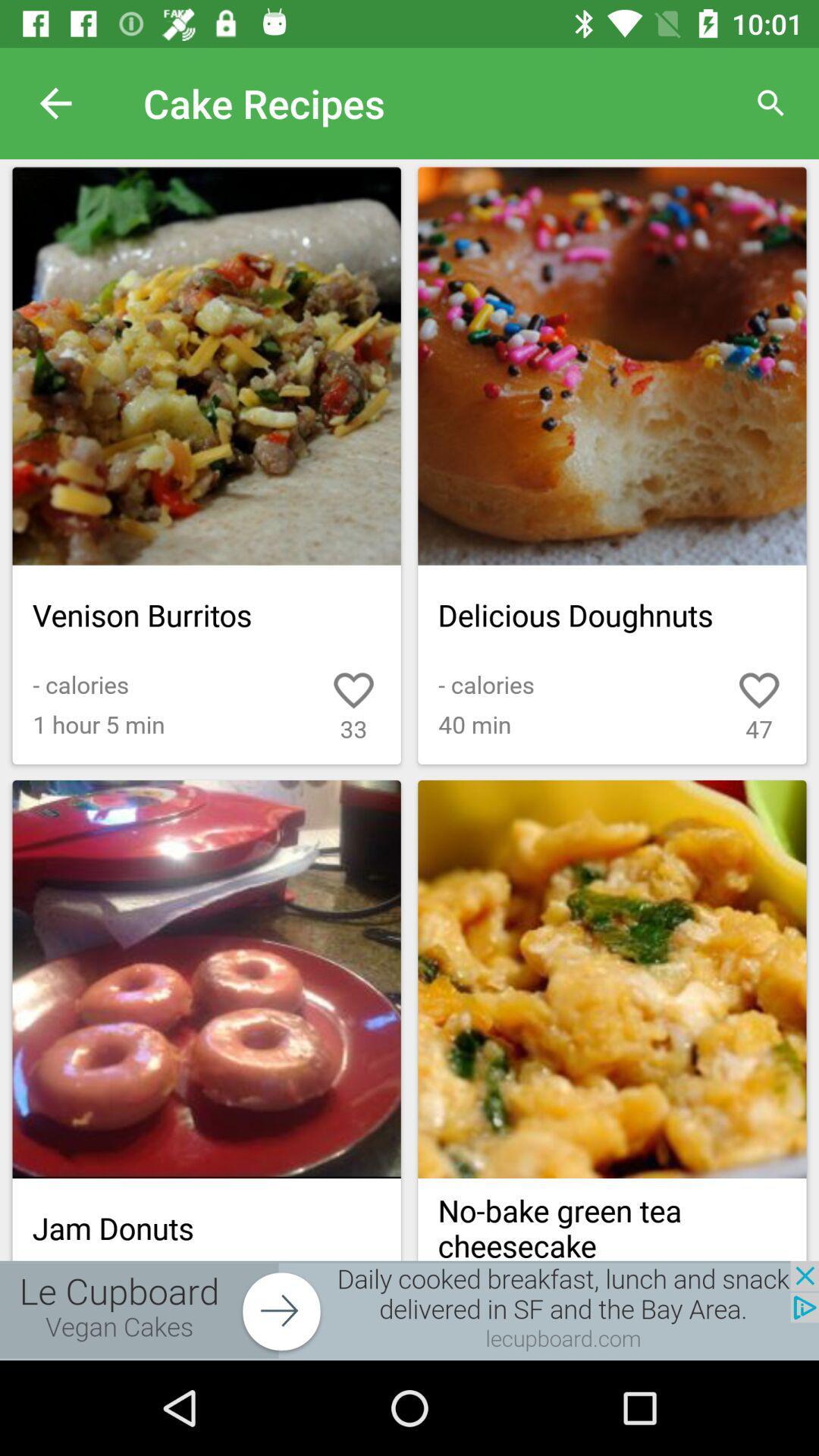  What do you see at coordinates (771, 103) in the screenshot?
I see `the search option on the top right` at bounding box center [771, 103].